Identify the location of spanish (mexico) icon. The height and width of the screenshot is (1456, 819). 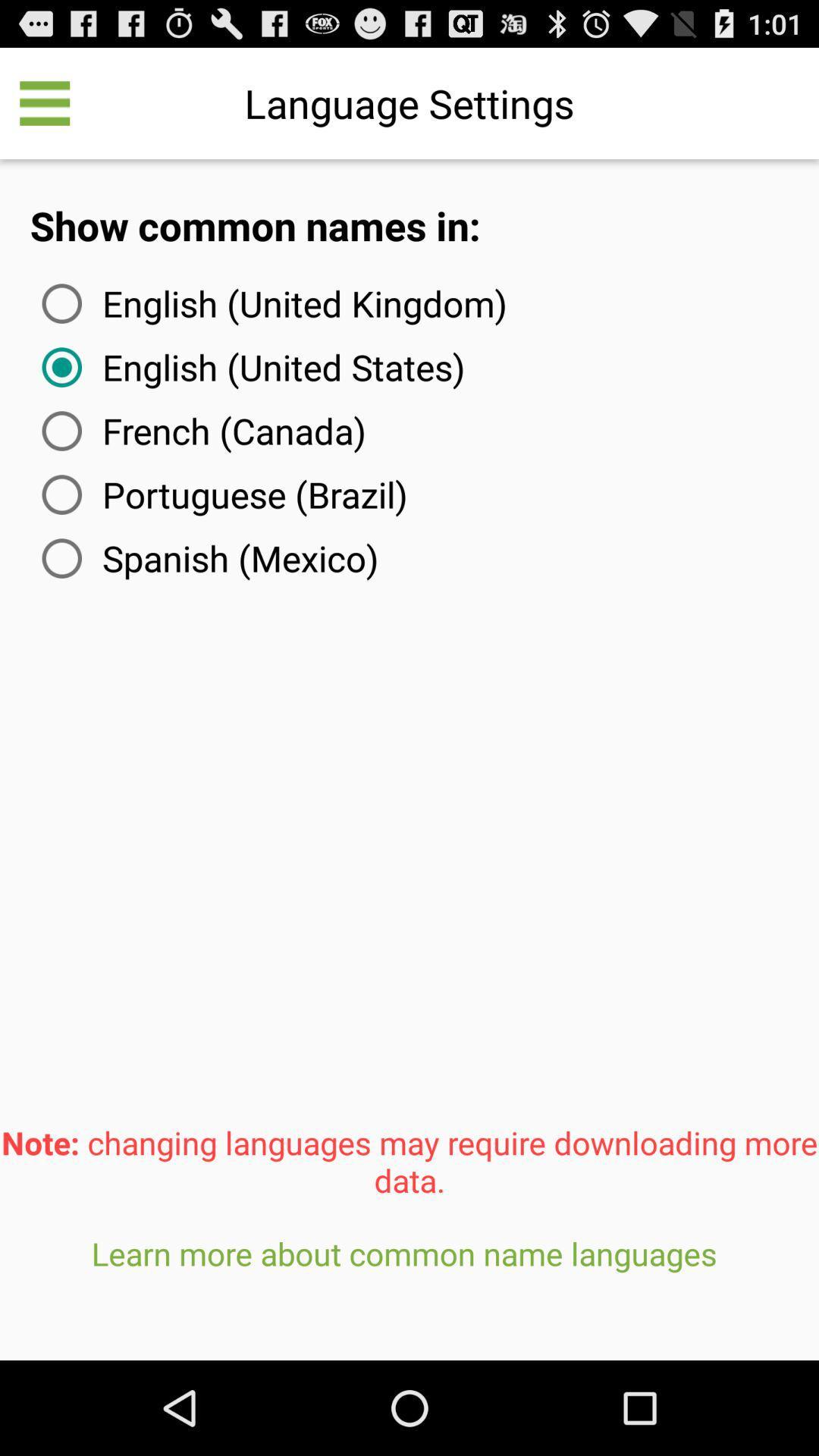
(207, 557).